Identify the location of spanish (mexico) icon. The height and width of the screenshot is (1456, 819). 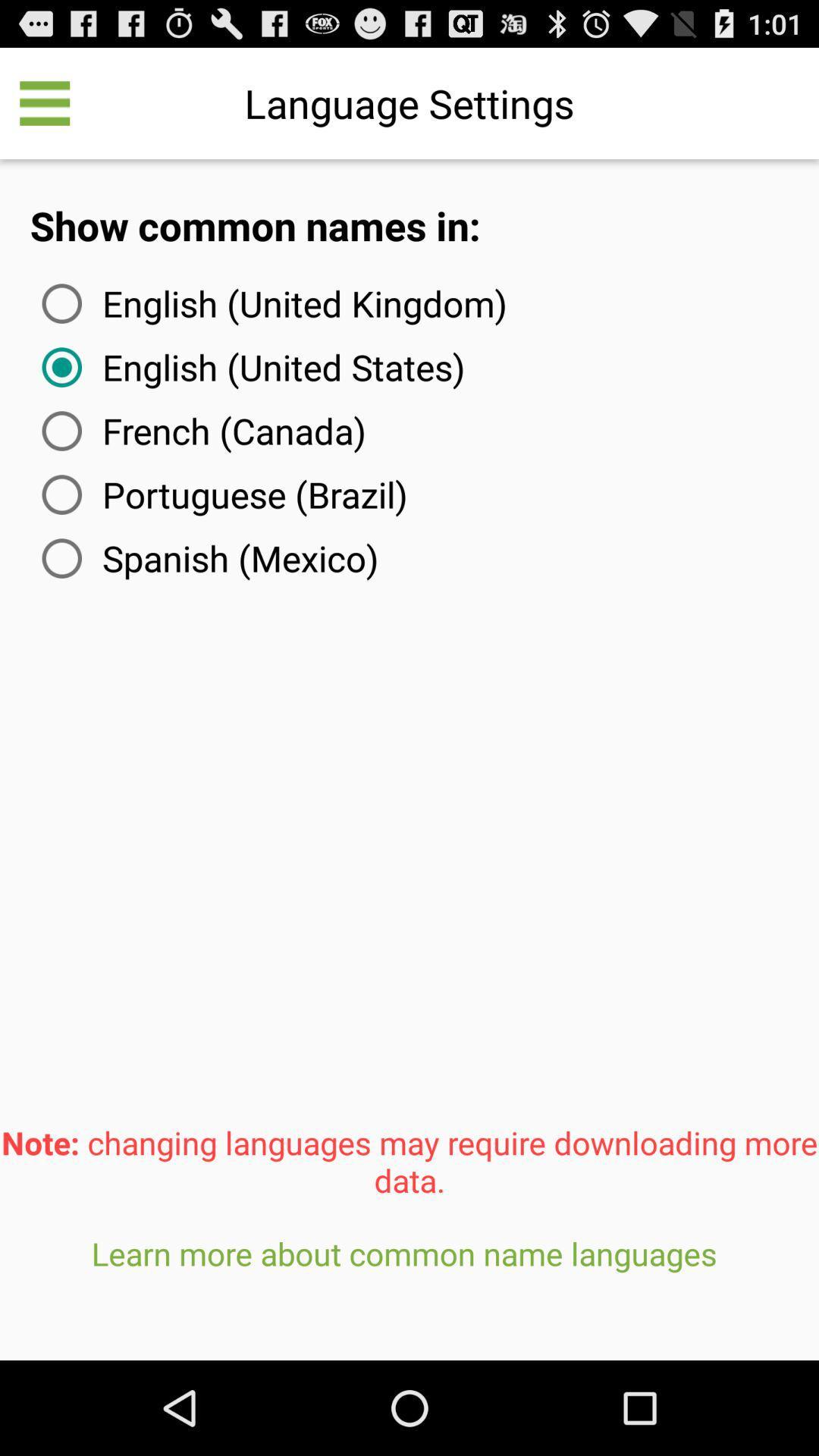
(207, 557).